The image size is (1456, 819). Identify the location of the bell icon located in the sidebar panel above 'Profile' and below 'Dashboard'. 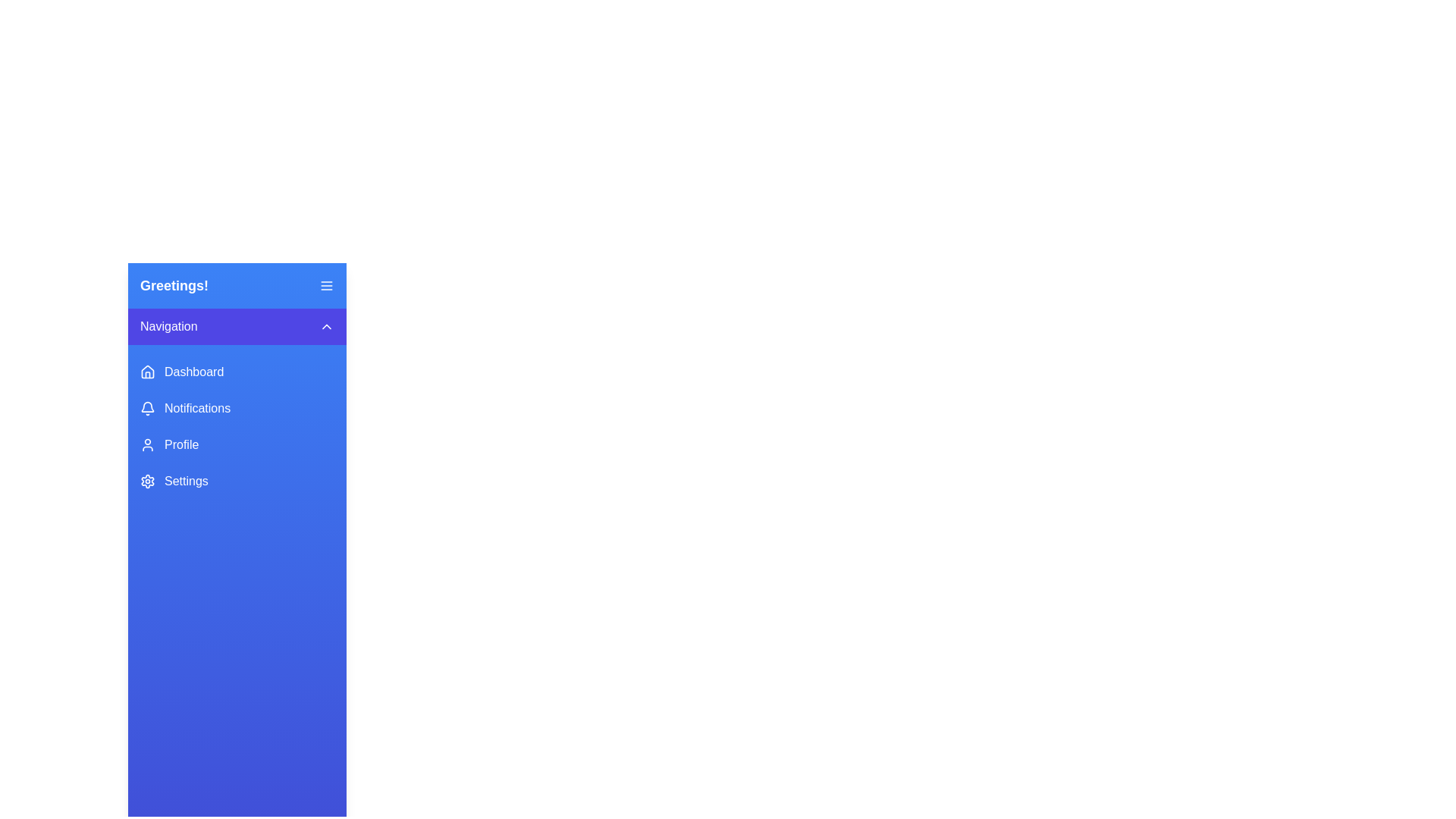
(148, 406).